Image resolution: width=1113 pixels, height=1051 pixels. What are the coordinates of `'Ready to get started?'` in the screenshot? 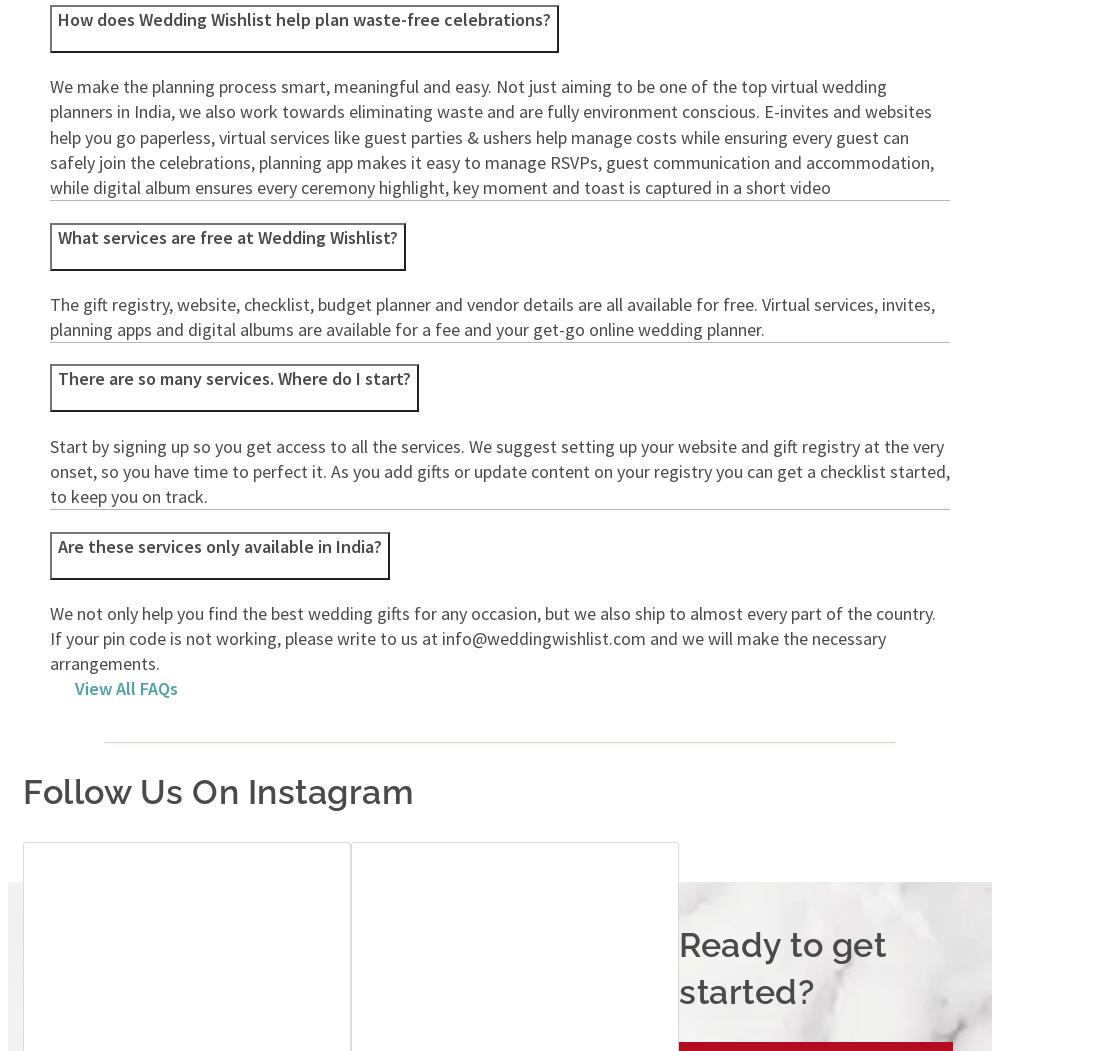 It's located at (781, 966).